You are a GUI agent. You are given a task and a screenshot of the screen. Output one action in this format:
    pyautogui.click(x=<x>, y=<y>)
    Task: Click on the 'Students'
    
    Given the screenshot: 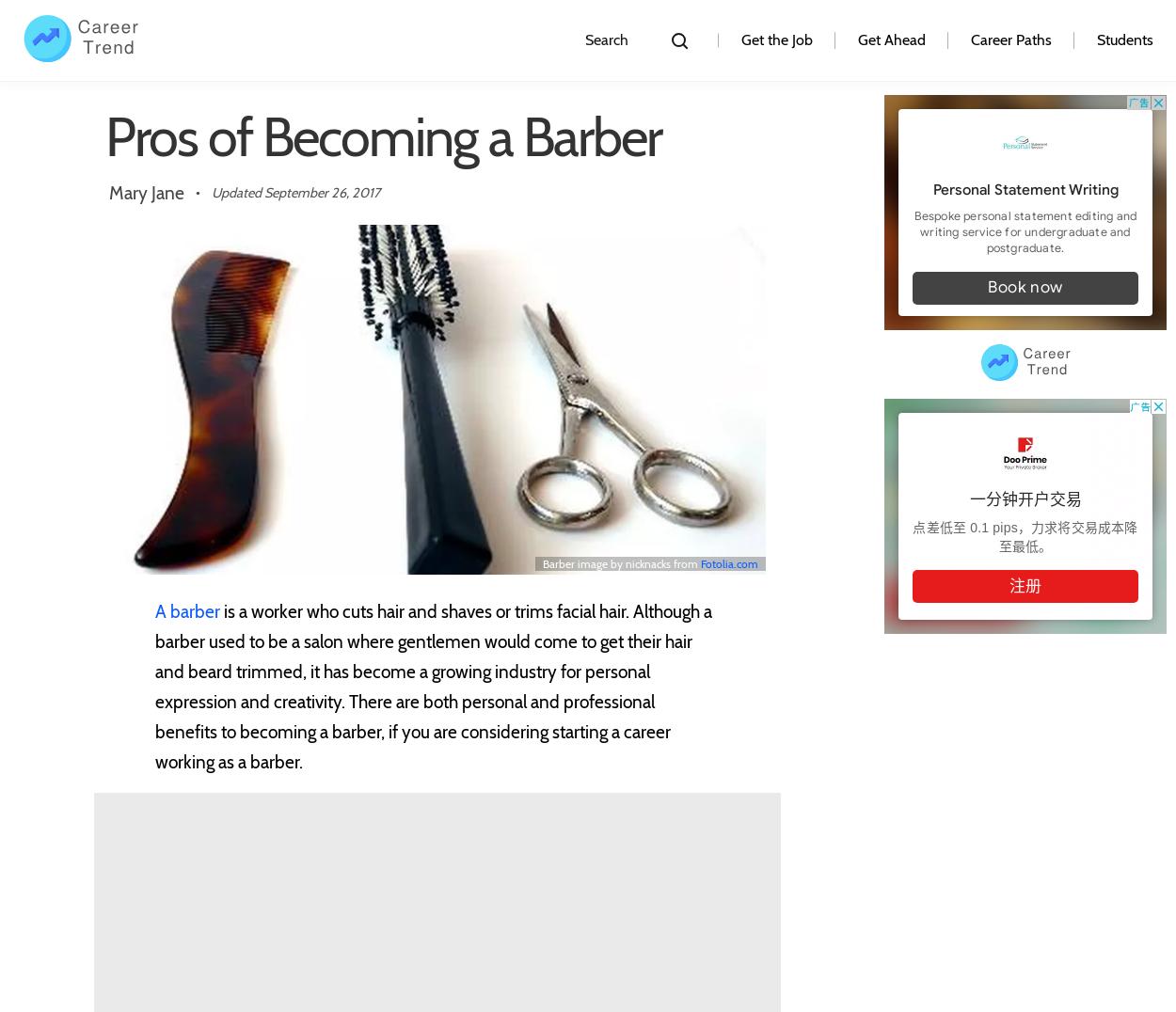 What is the action you would take?
    pyautogui.click(x=1124, y=39)
    